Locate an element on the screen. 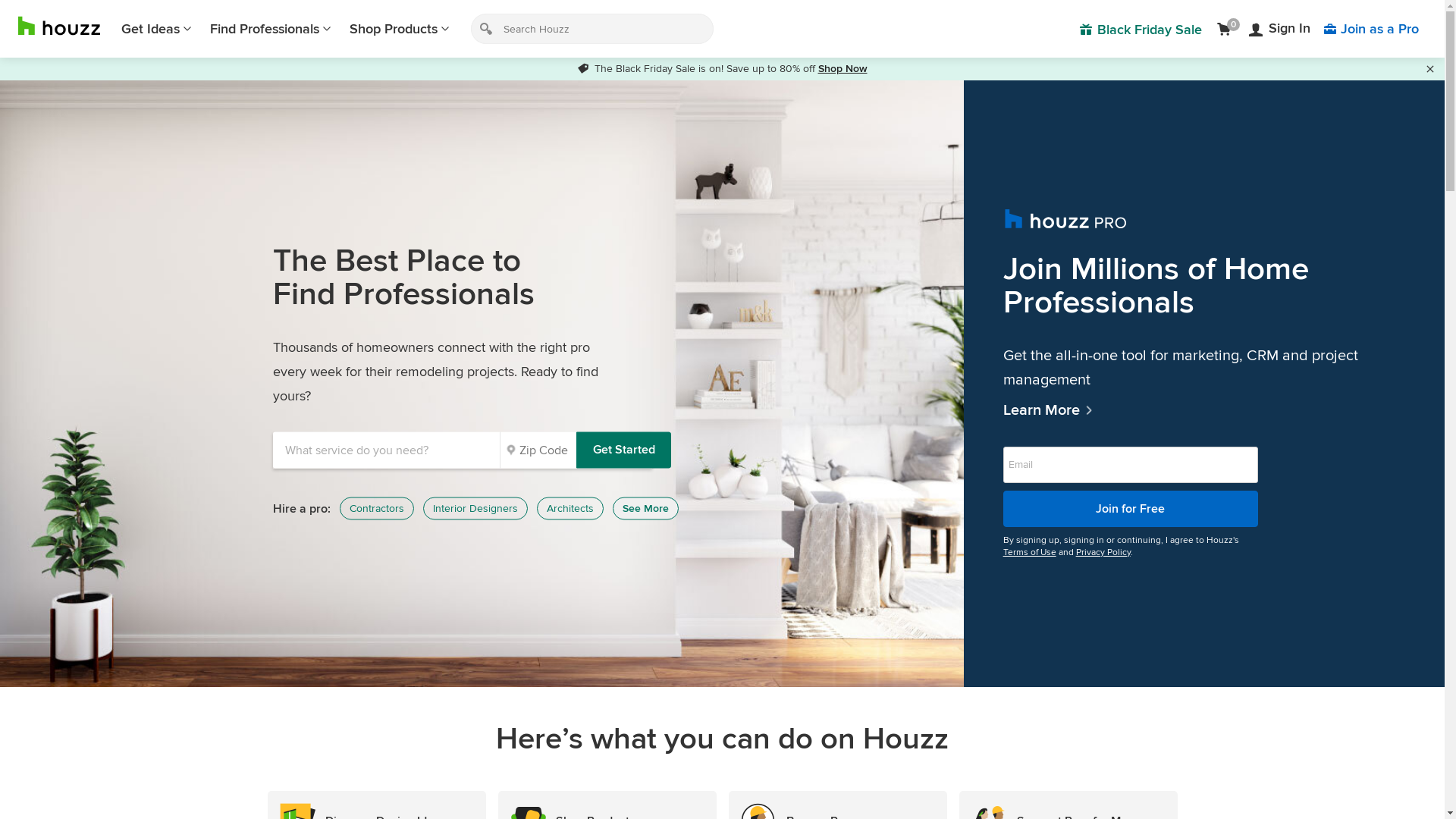  'See More' is located at coordinates (645, 509).